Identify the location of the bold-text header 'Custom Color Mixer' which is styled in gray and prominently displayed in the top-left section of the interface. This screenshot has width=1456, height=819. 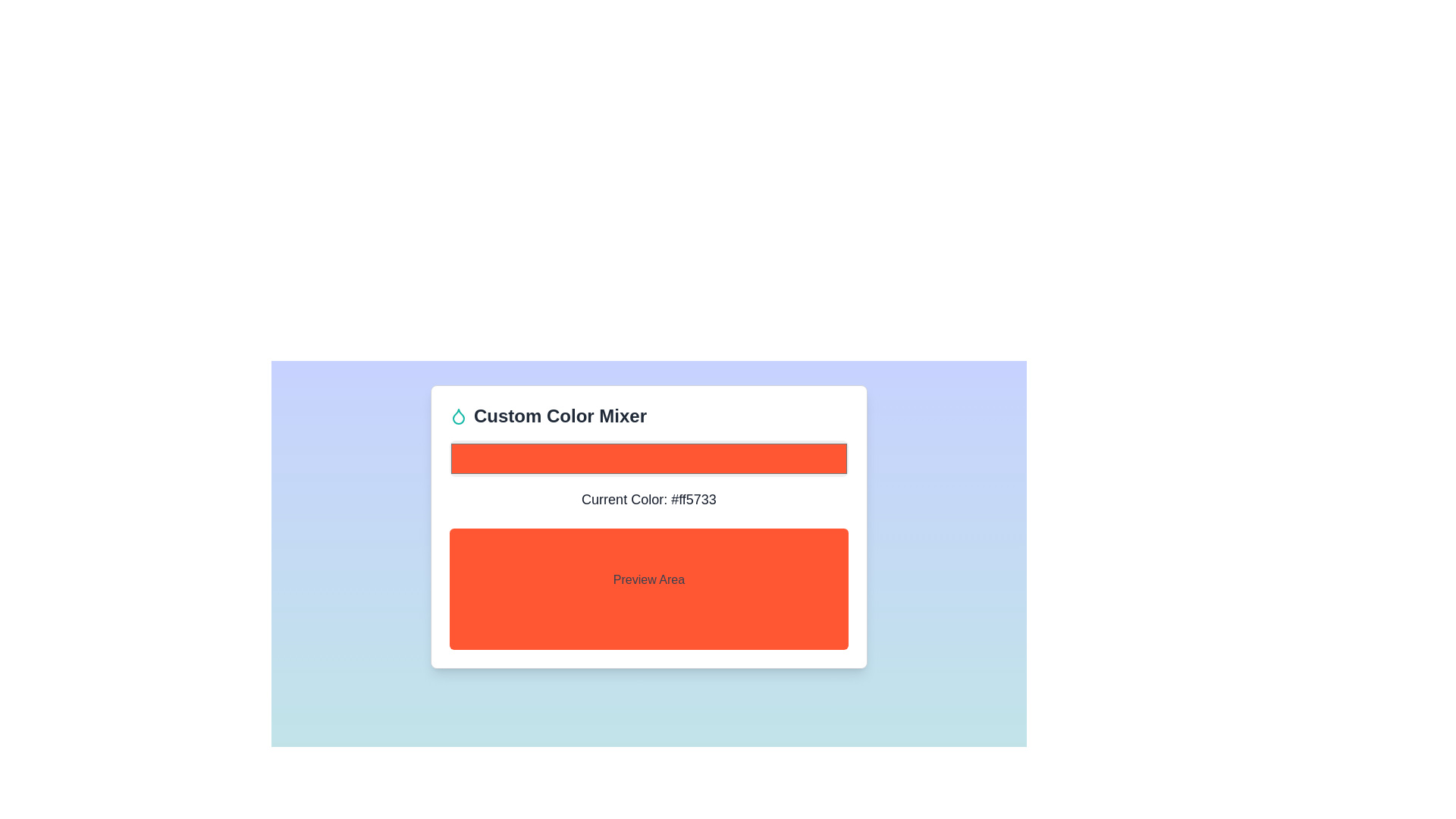
(560, 416).